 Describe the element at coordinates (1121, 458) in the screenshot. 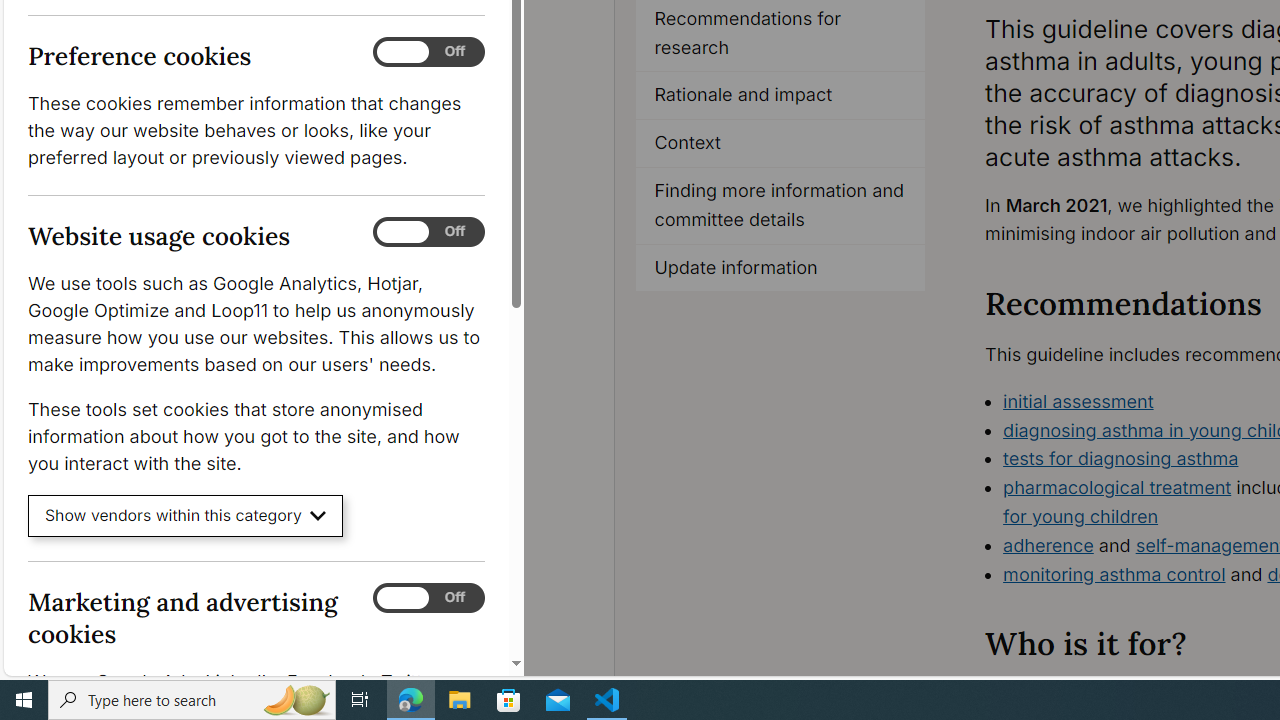

I see `'tests for diagnosing asthma'` at that location.